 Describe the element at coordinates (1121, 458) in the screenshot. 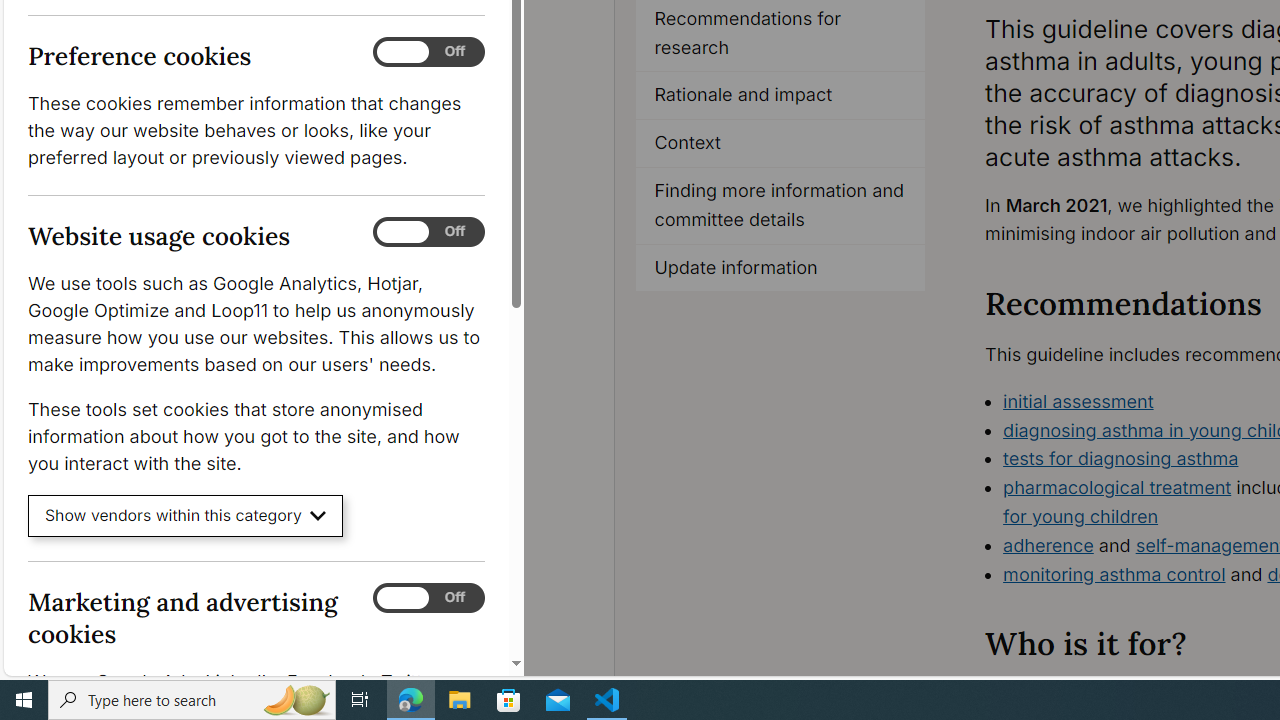

I see `'tests for diagnosing asthma'` at that location.